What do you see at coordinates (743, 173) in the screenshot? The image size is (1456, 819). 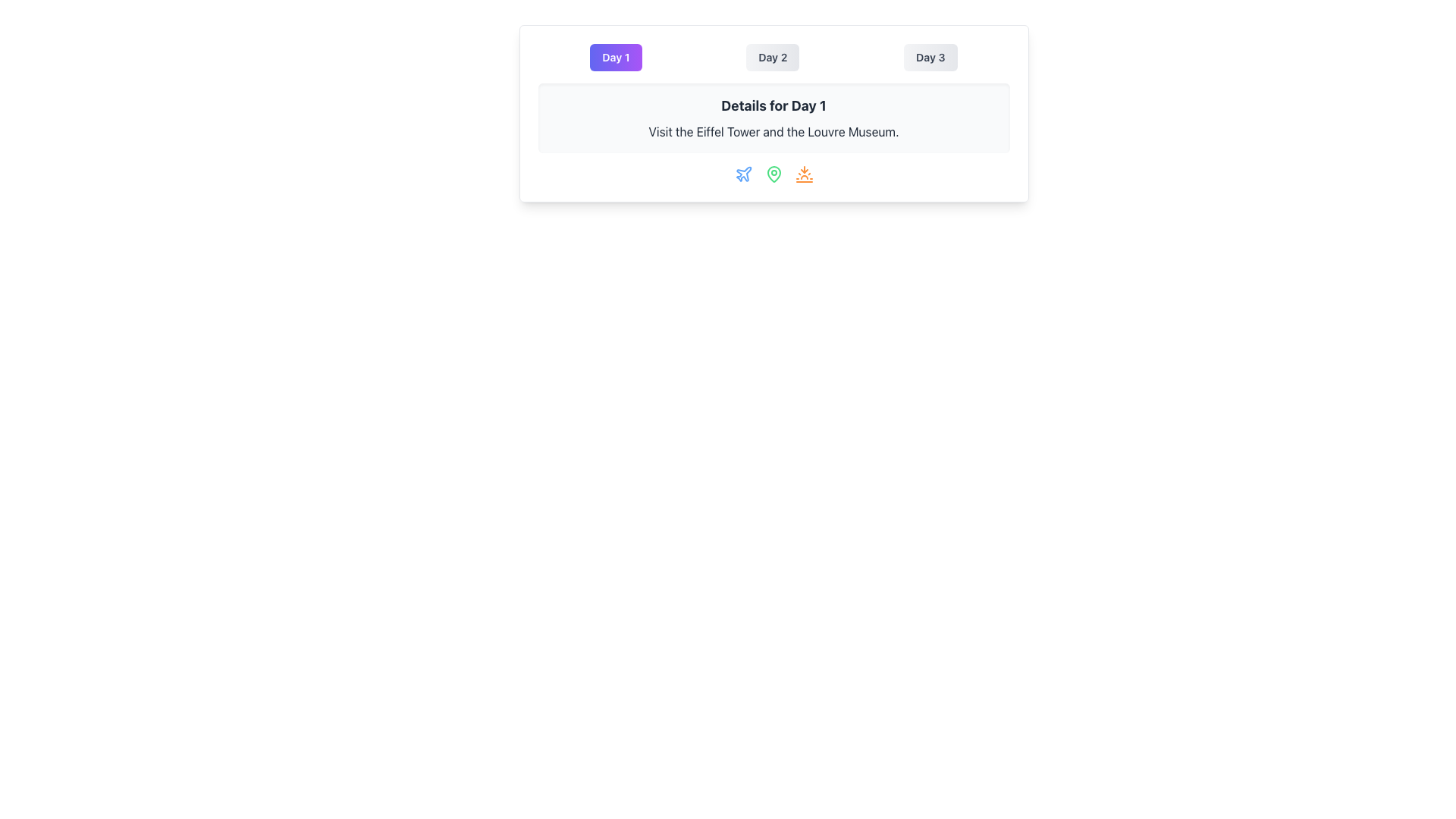 I see `the small blue airplane icon located at the center bottom section of the card` at bounding box center [743, 173].